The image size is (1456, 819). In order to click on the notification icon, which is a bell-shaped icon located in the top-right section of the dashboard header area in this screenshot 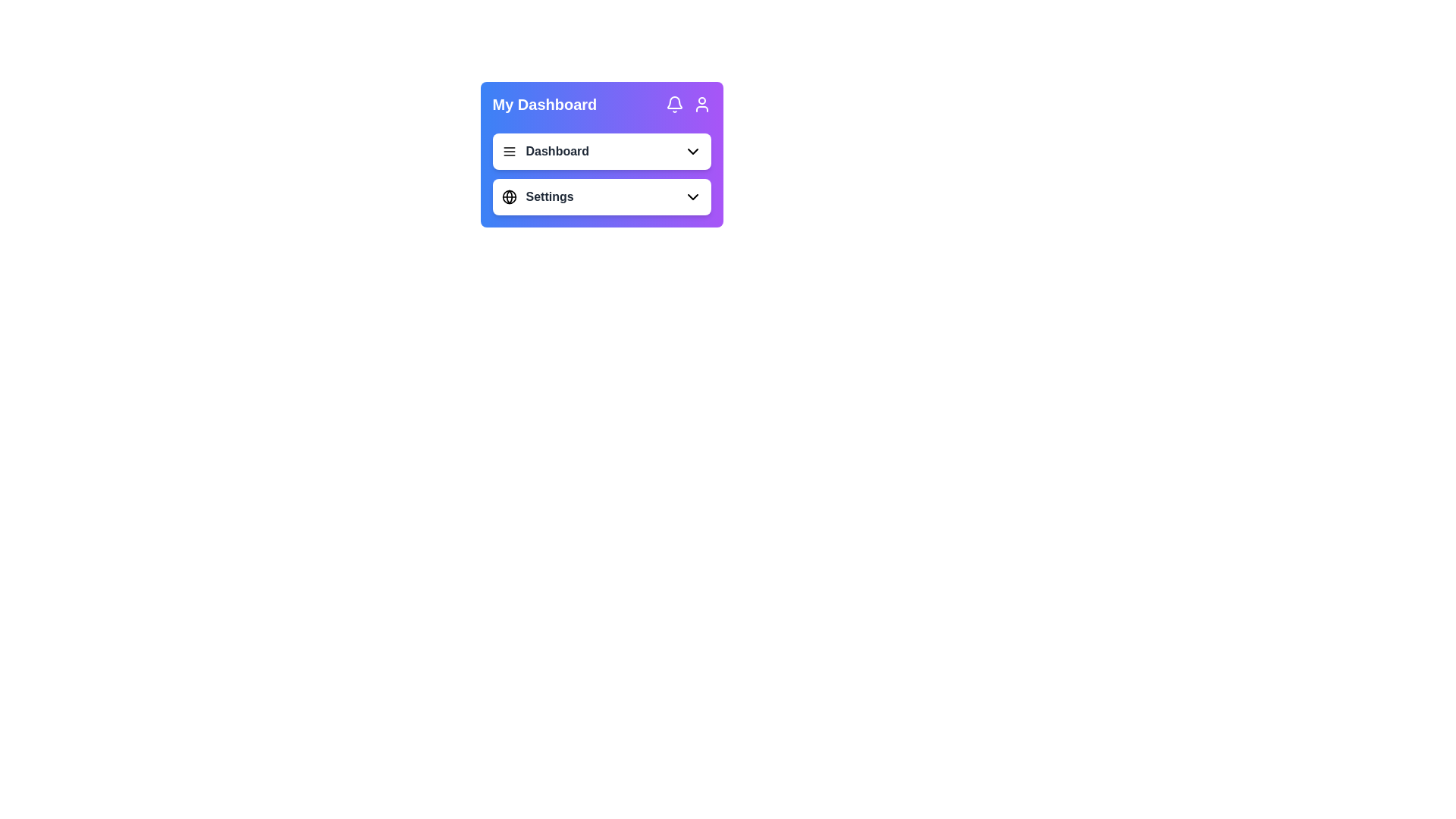, I will do `click(673, 102)`.